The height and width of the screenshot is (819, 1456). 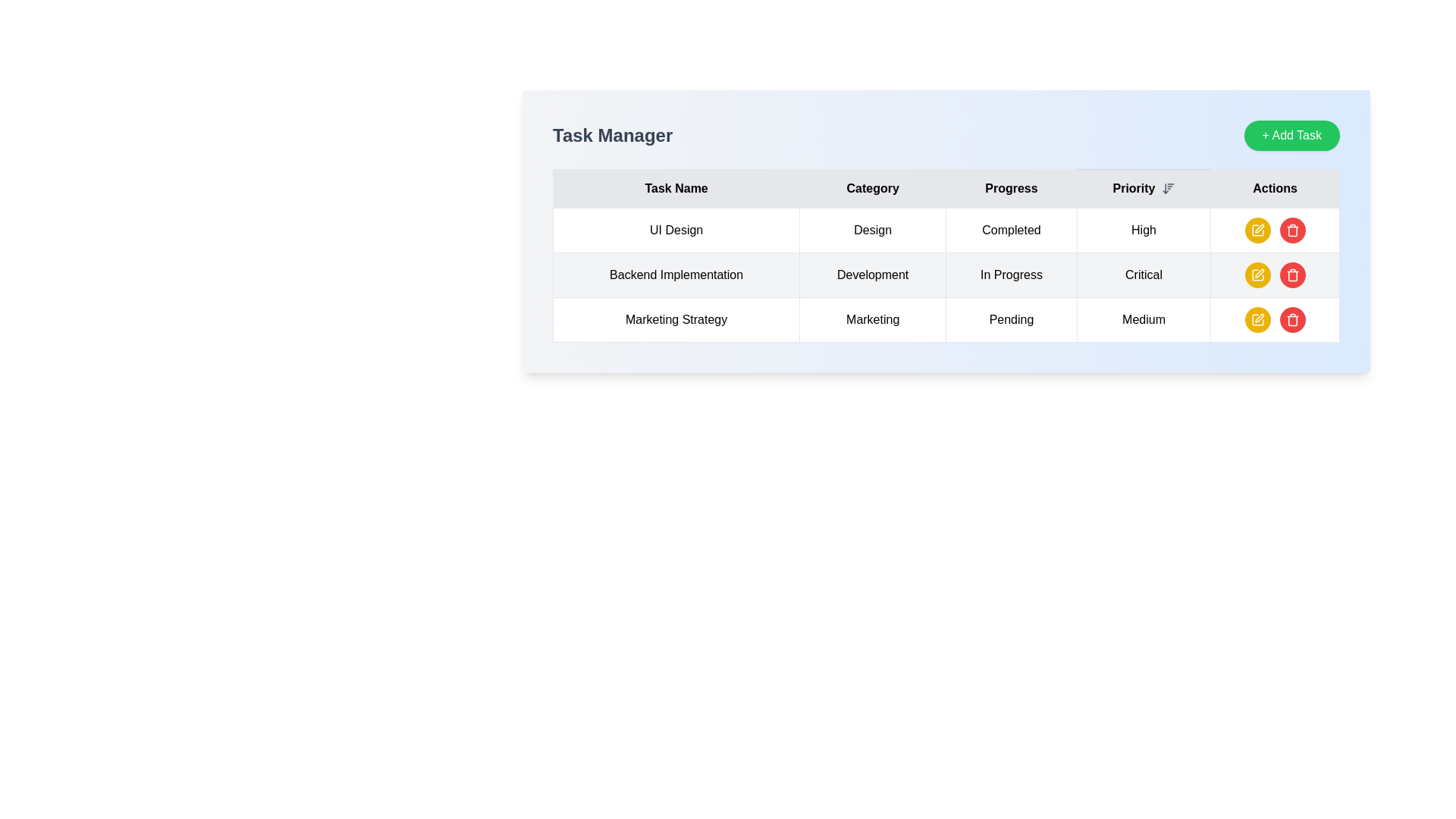 I want to click on the yellow circular button with a pen icon inside, located in the rightmost column of the second row of the table, so click(x=1257, y=275).